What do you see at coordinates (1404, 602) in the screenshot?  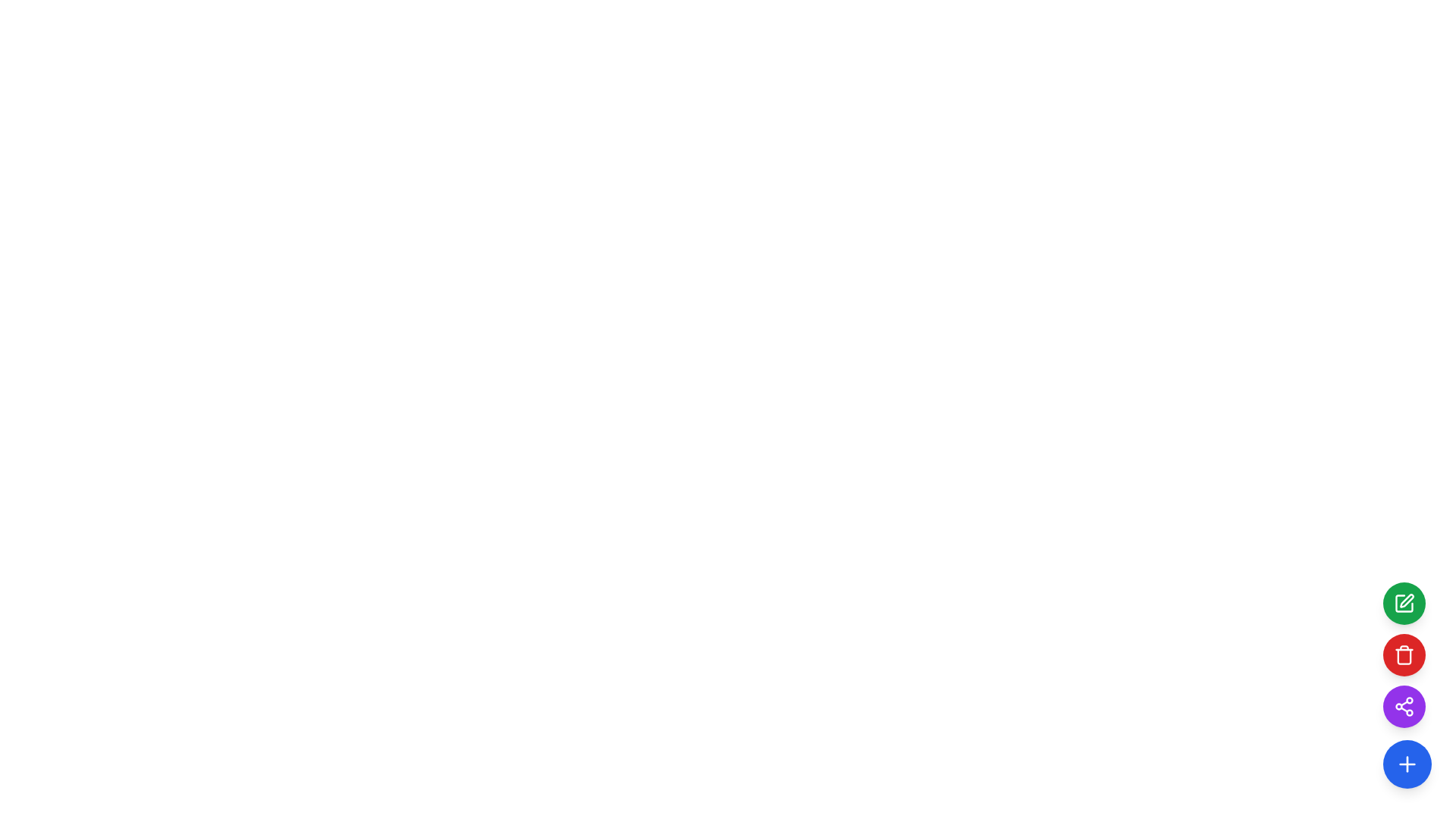 I see `the edit icon within the green circular button` at bounding box center [1404, 602].